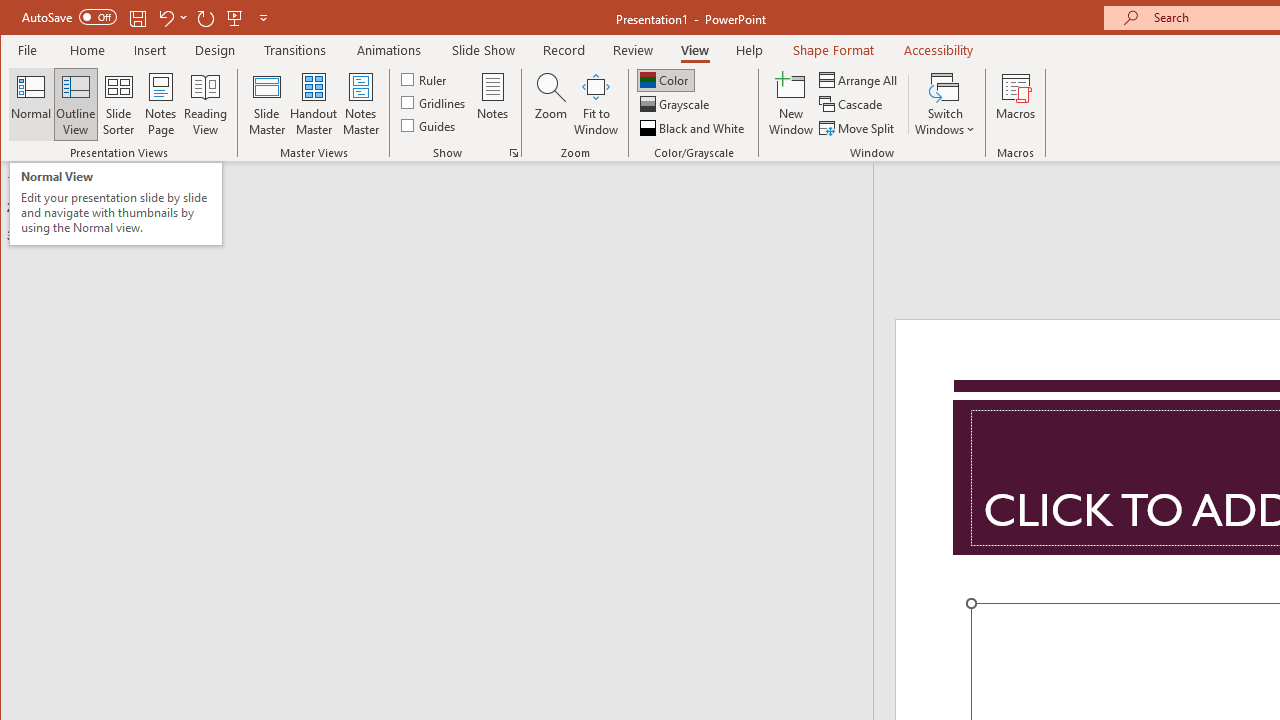 Image resolution: width=1280 pixels, height=720 pixels. What do you see at coordinates (853, 104) in the screenshot?
I see `'Cascade'` at bounding box center [853, 104].